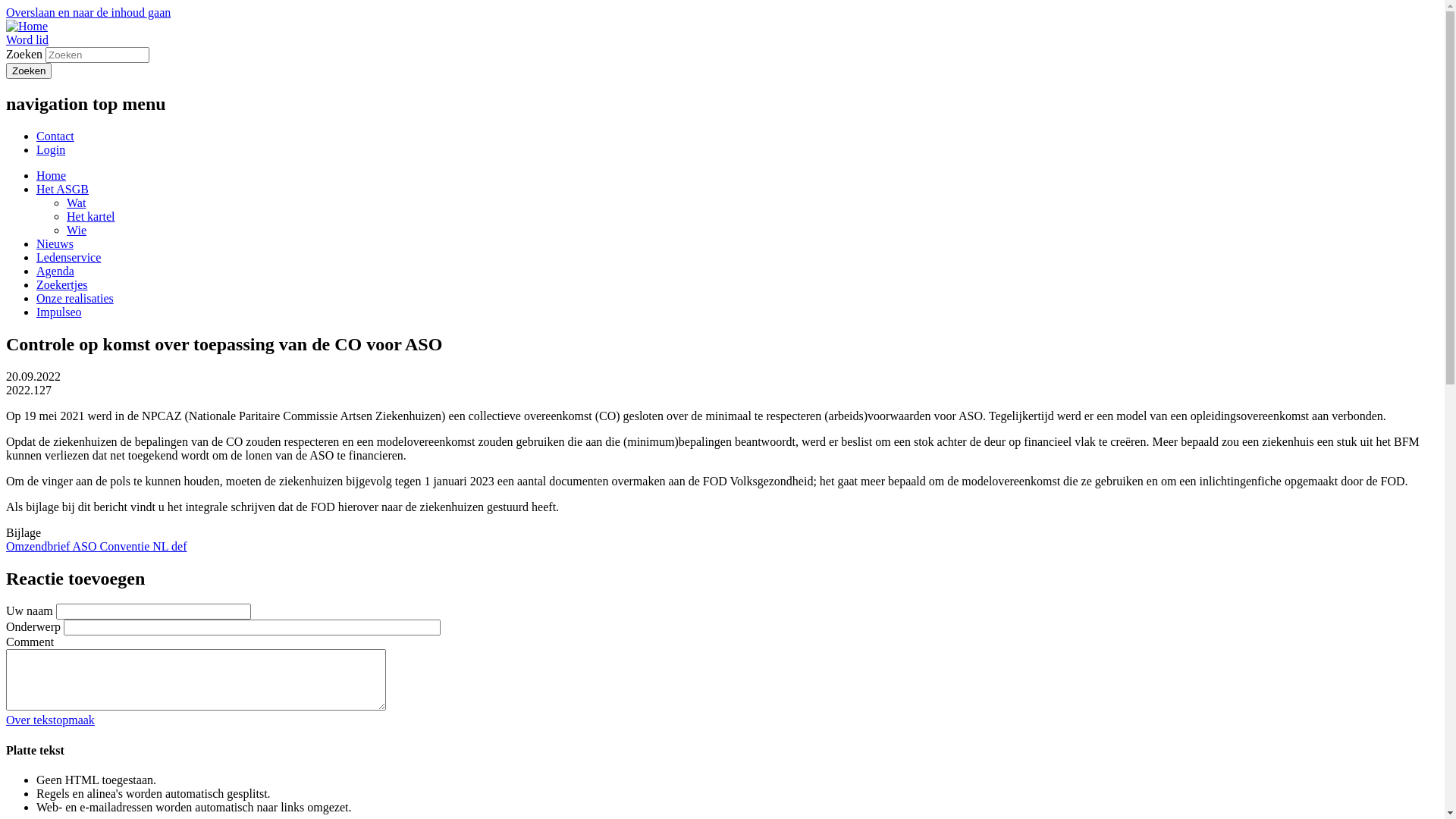 The image size is (1456, 819). Describe the element at coordinates (61, 284) in the screenshot. I see `'Zoekertjes'` at that location.